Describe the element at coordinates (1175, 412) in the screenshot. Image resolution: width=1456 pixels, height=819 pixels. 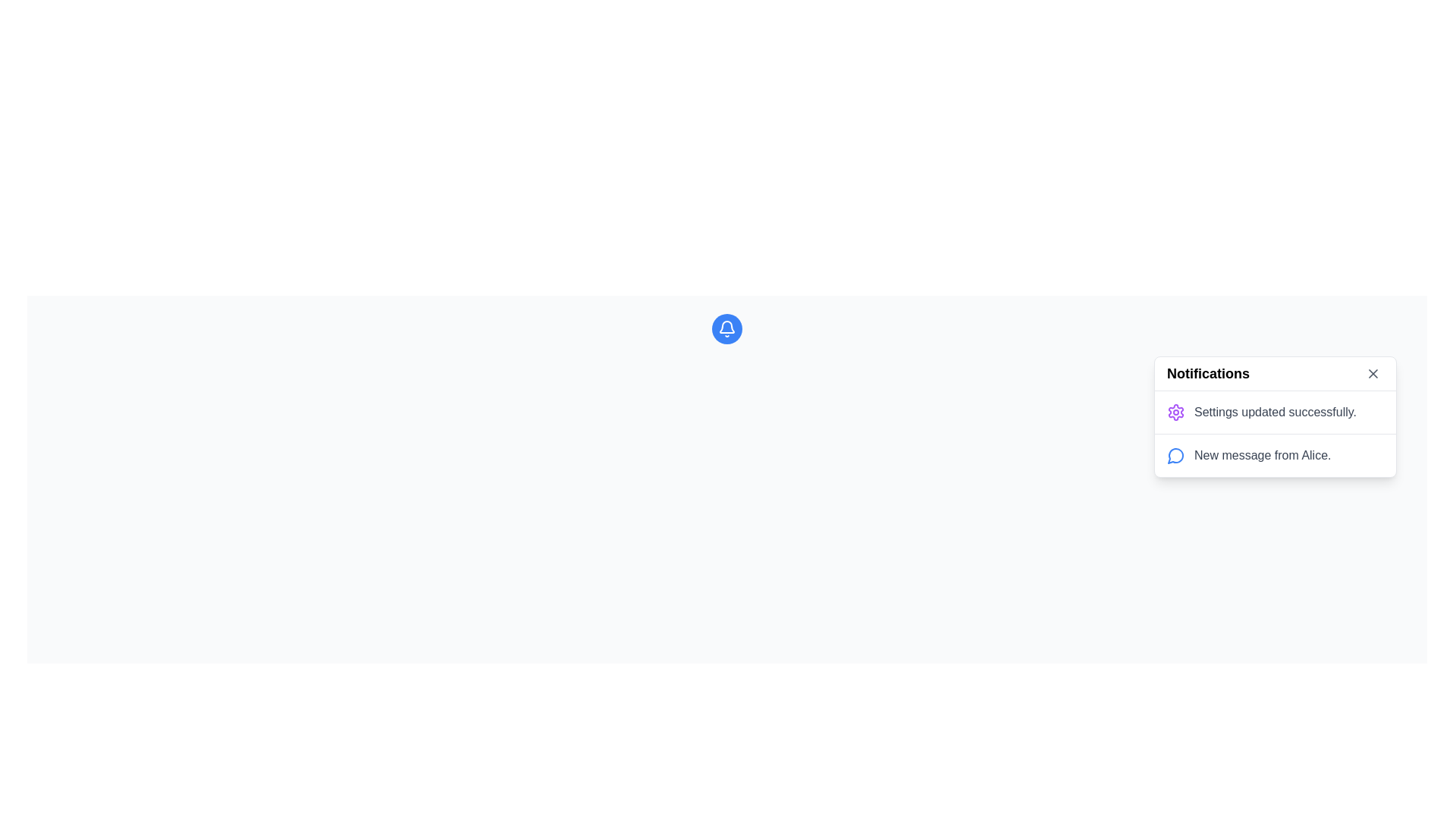
I see `the appearance of the settings icon located in the notification pop-up, positioned to the left of the text 'Settings updated successfully.'` at that location.